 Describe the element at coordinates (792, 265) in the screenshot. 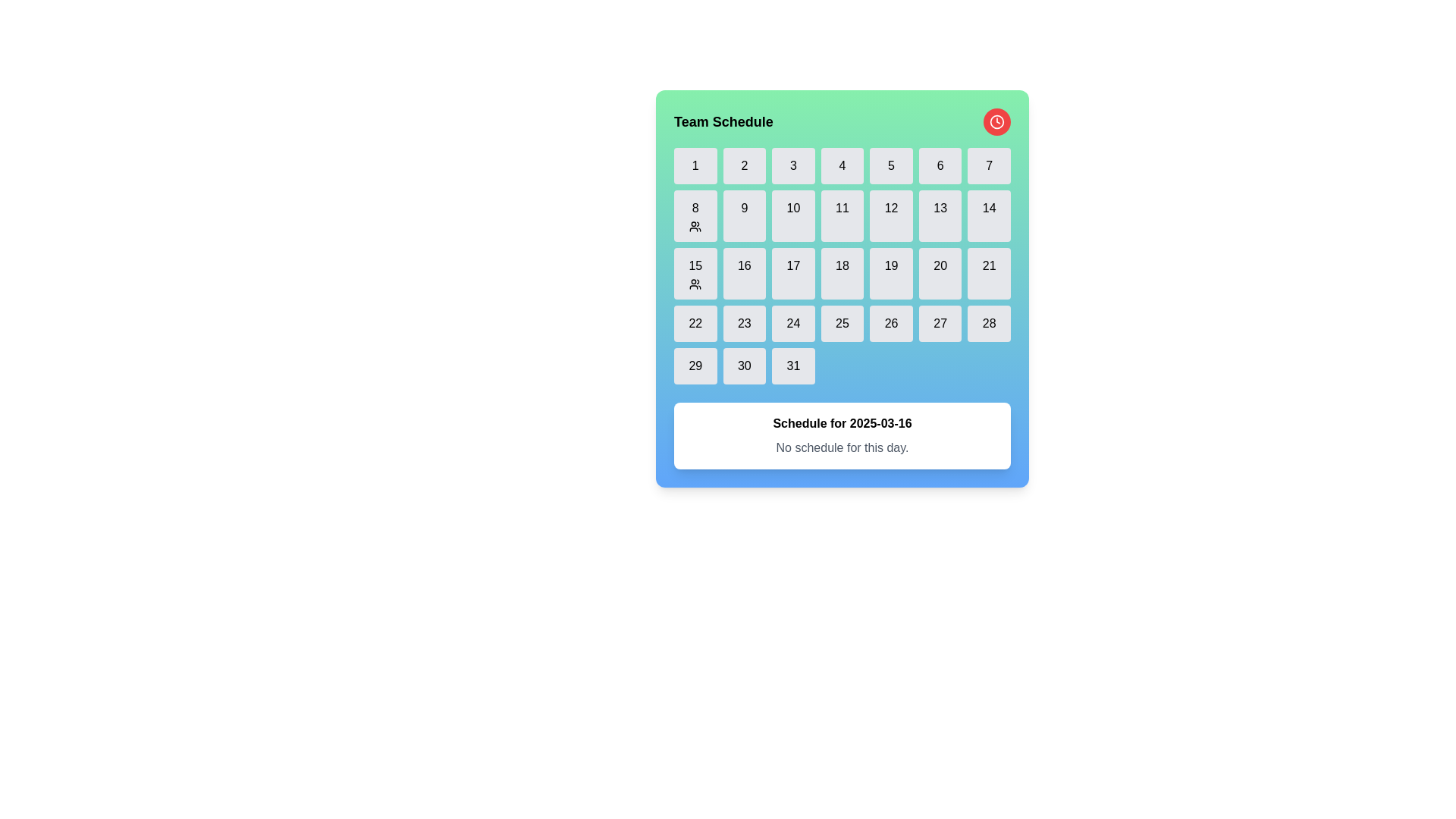

I see `the text label representing the 17th day in the calendar` at that location.